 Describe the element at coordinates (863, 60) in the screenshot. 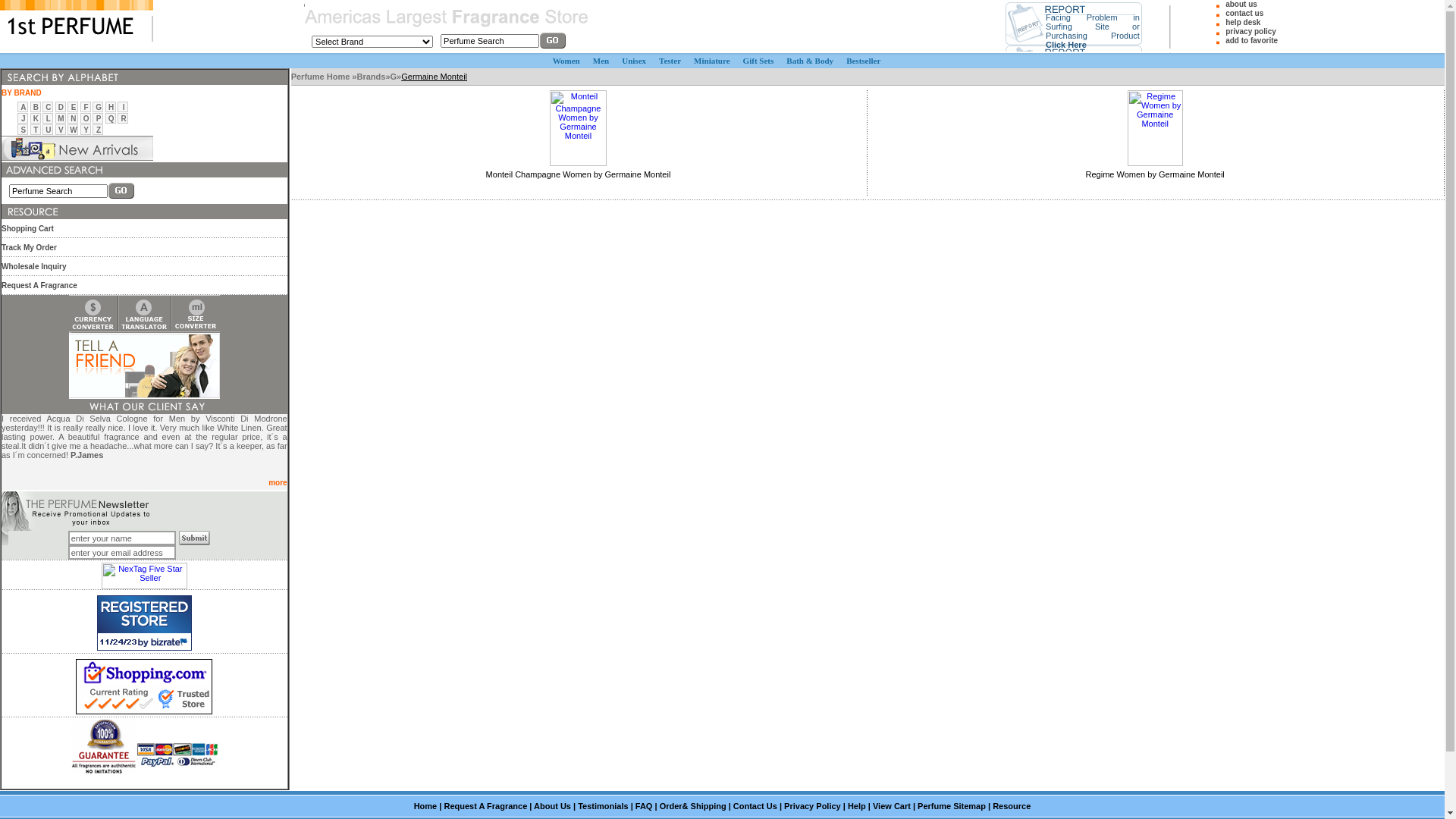

I see `'Bestseller'` at that location.